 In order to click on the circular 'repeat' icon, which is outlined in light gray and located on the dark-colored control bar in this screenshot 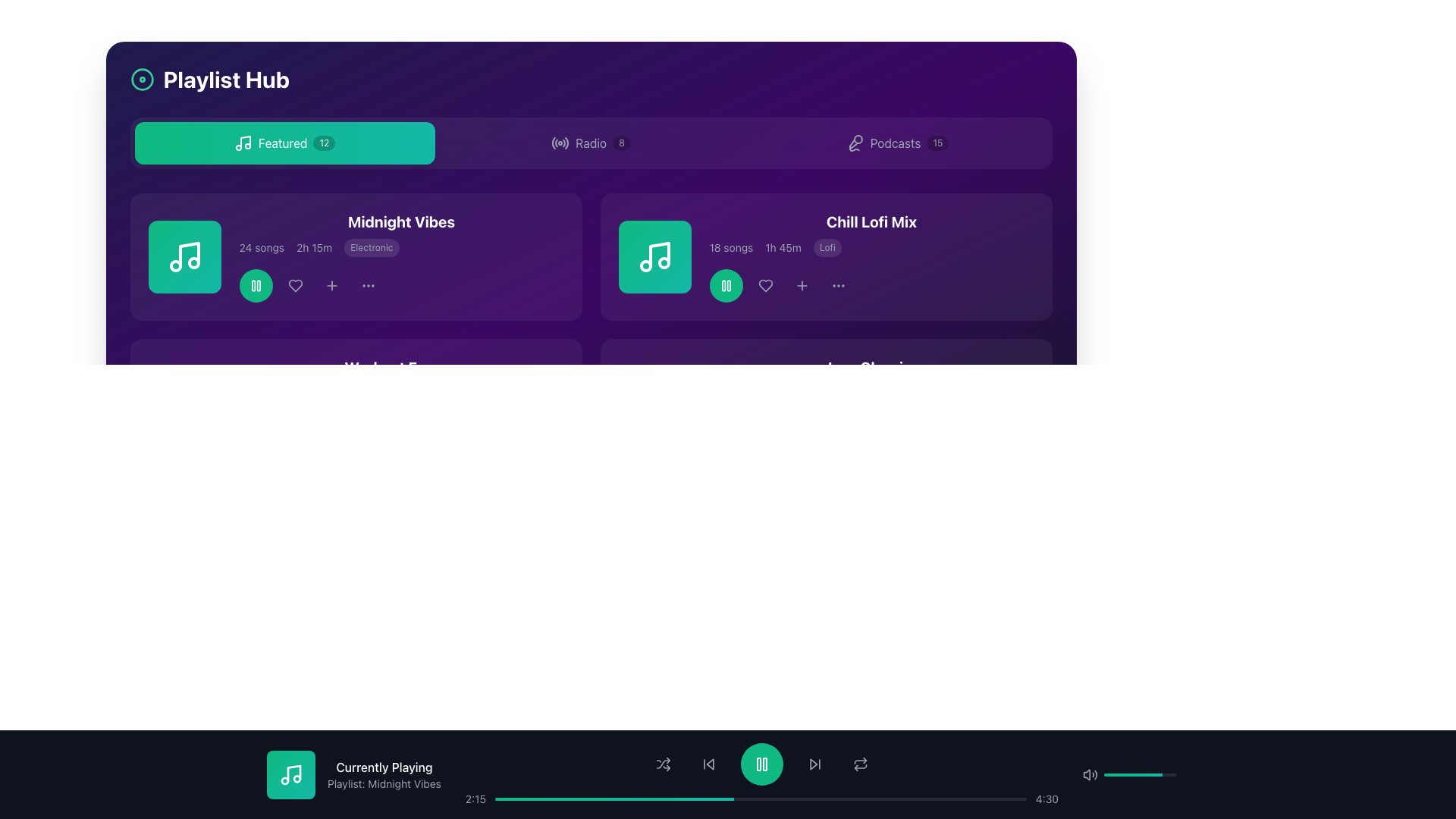, I will do `click(859, 764)`.